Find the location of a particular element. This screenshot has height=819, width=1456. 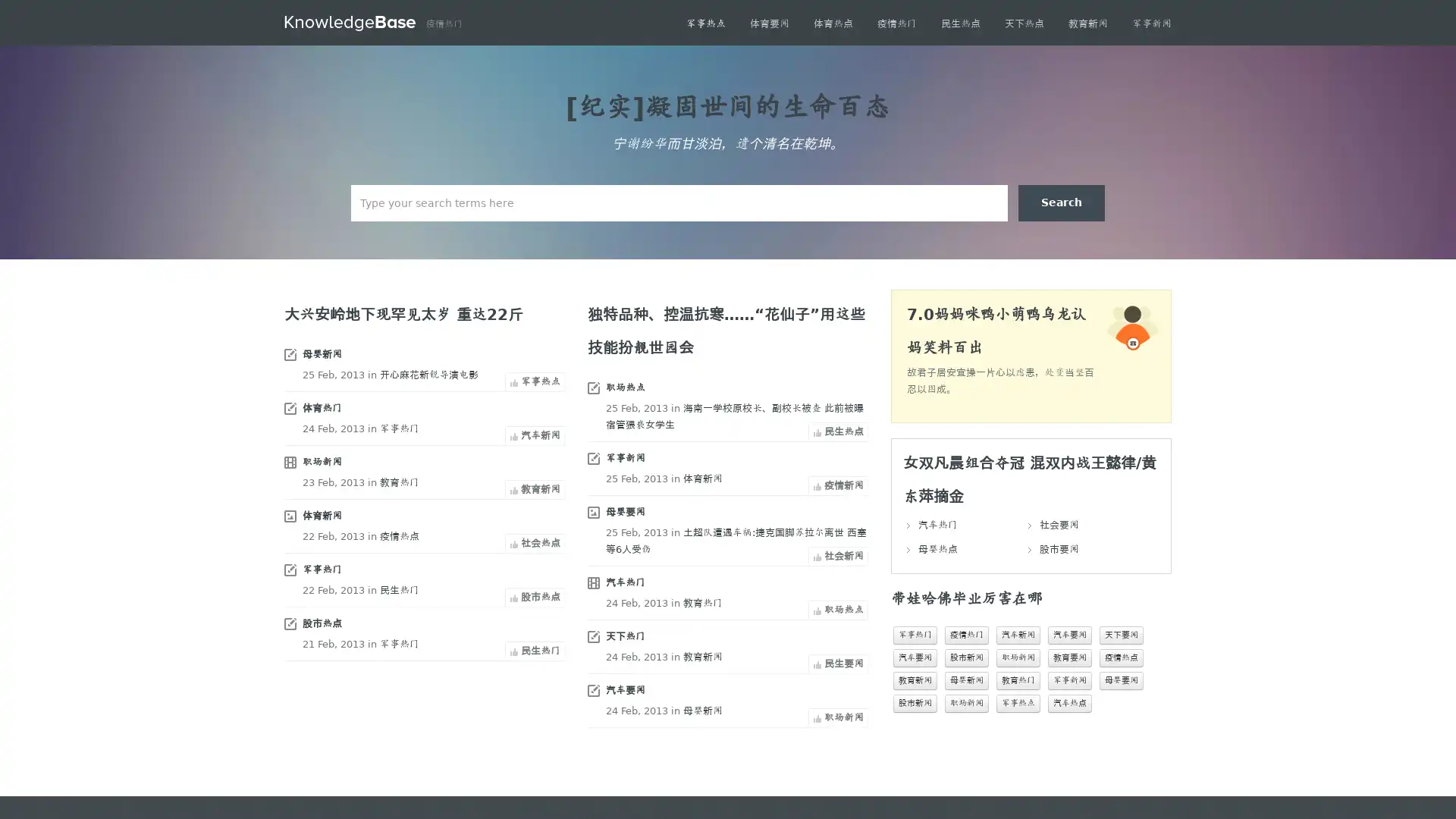

Search is located at coordinates (1061, 202).